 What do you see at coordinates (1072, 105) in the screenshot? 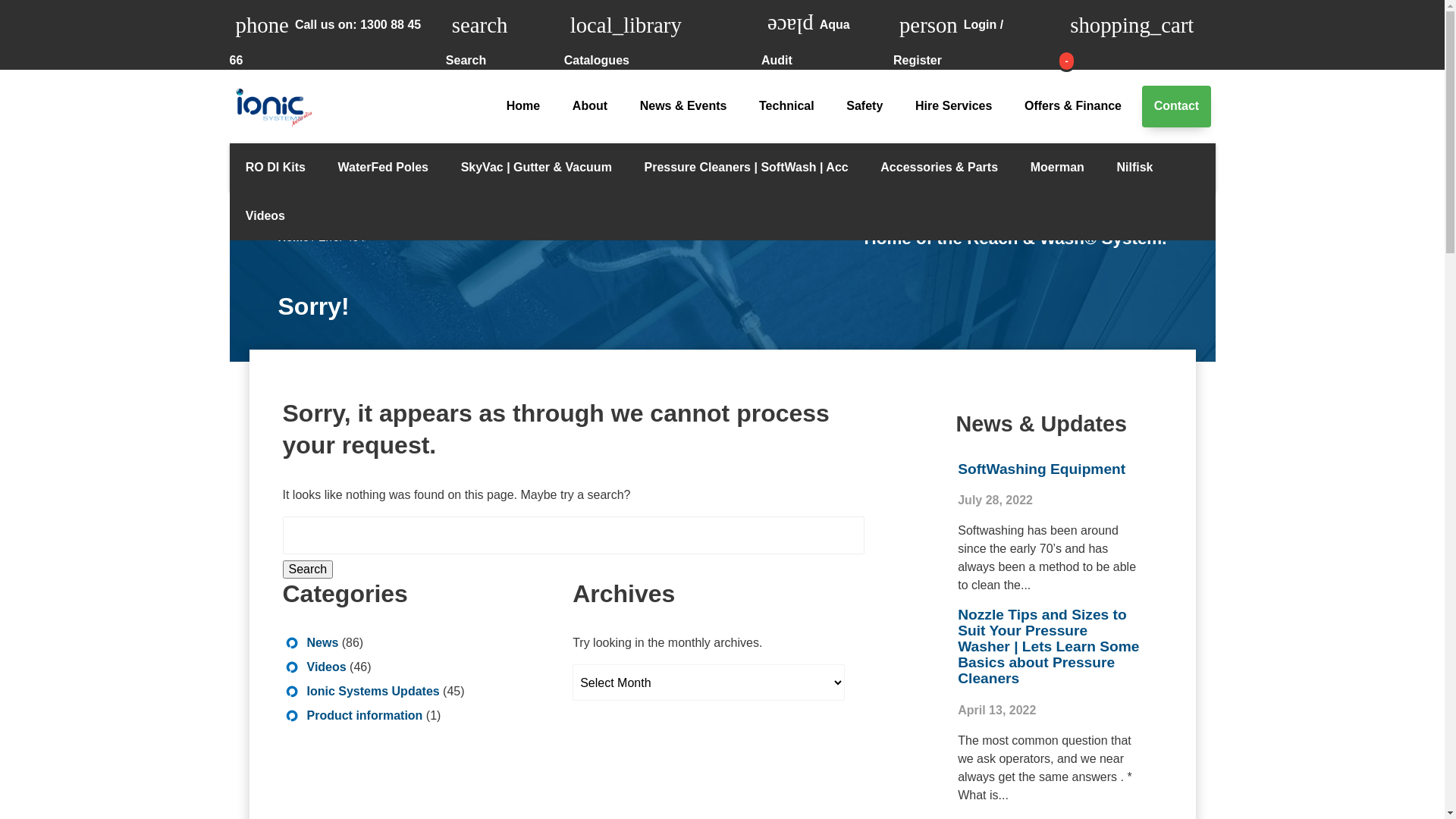
I see `'Offers & Finance'` at bounding box center [1072, 105].